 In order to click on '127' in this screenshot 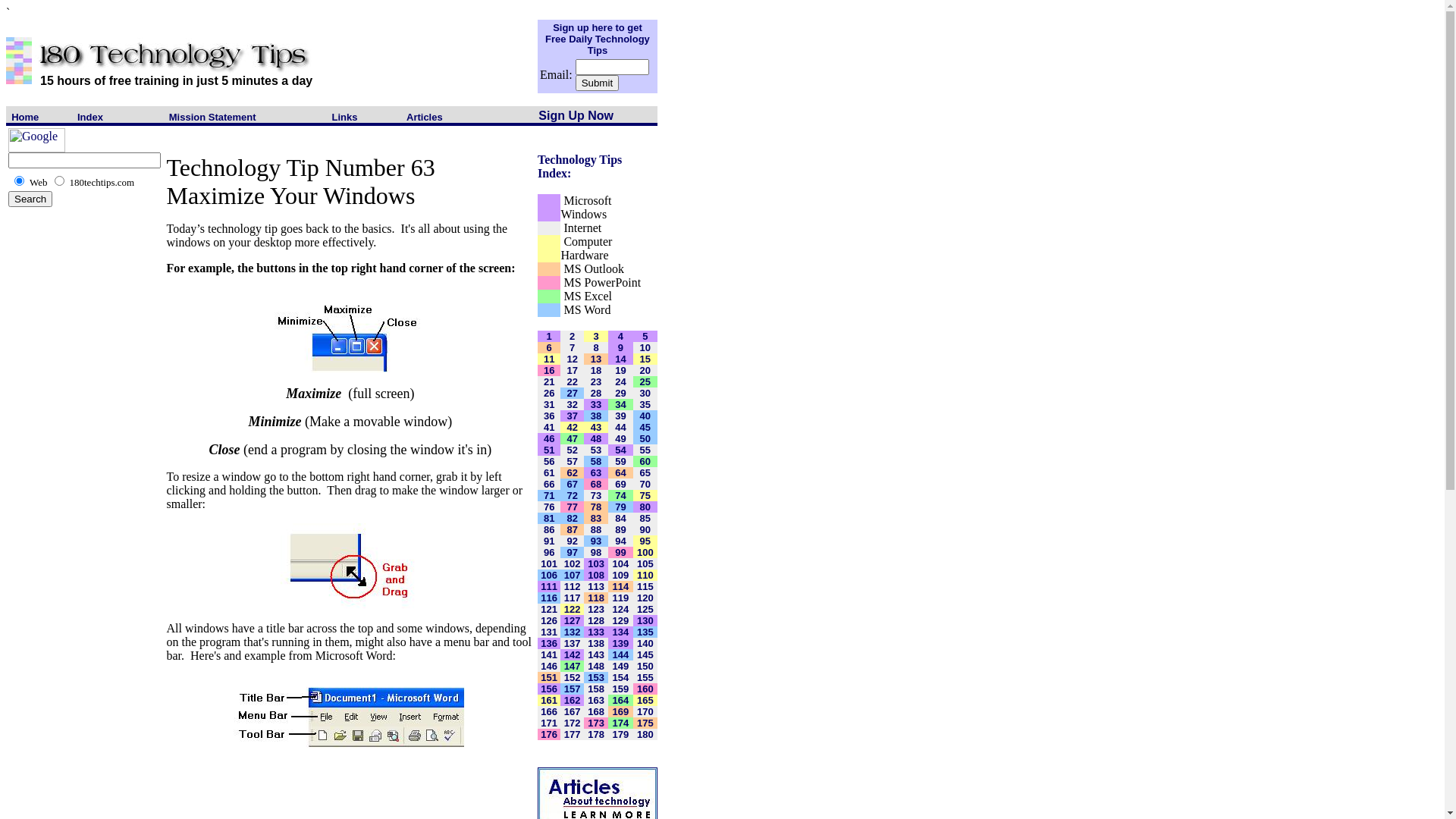, I will do `click(571, 620)`.